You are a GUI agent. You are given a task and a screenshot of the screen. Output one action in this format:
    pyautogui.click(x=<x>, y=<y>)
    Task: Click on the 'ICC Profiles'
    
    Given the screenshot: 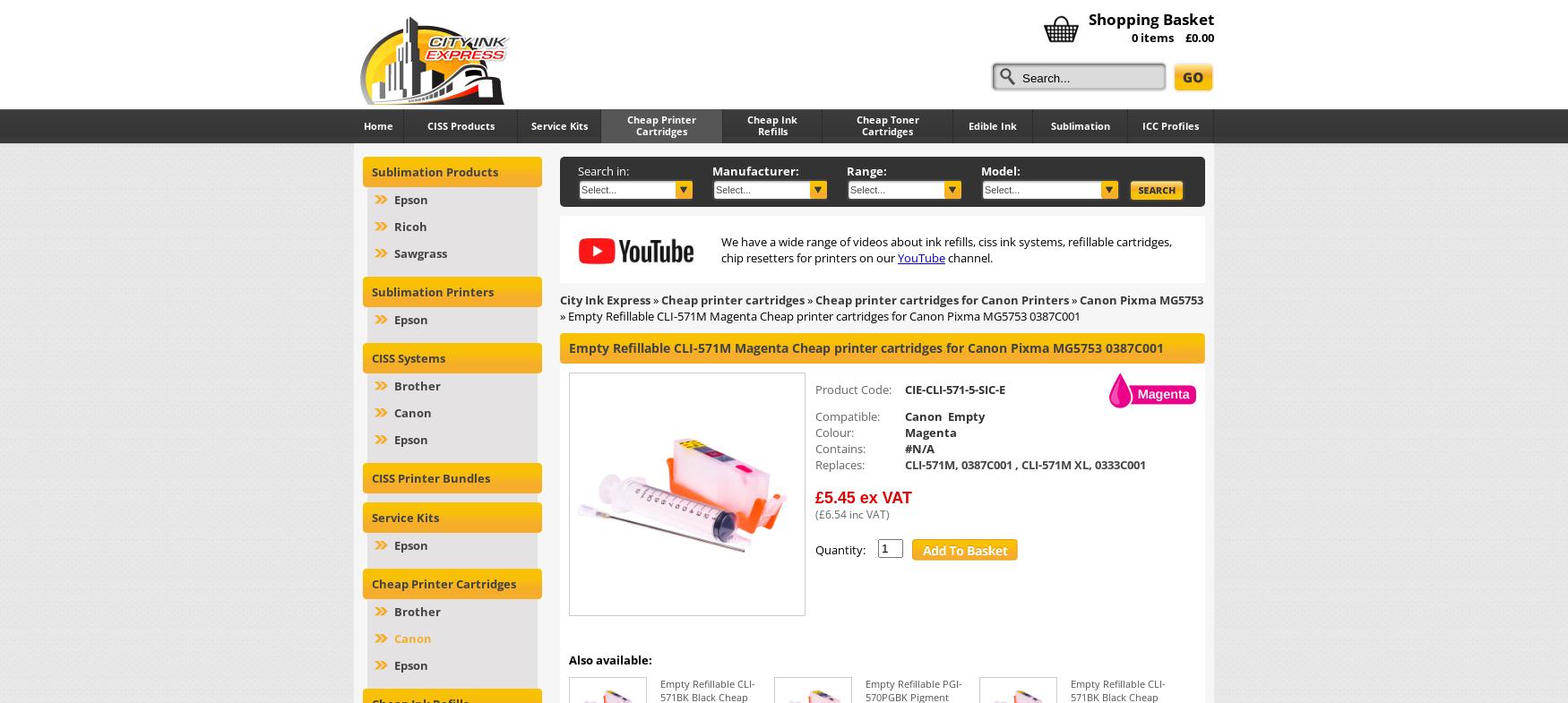 What is the action you would take?
    pyautogui.click(x=1169, y=124)
    